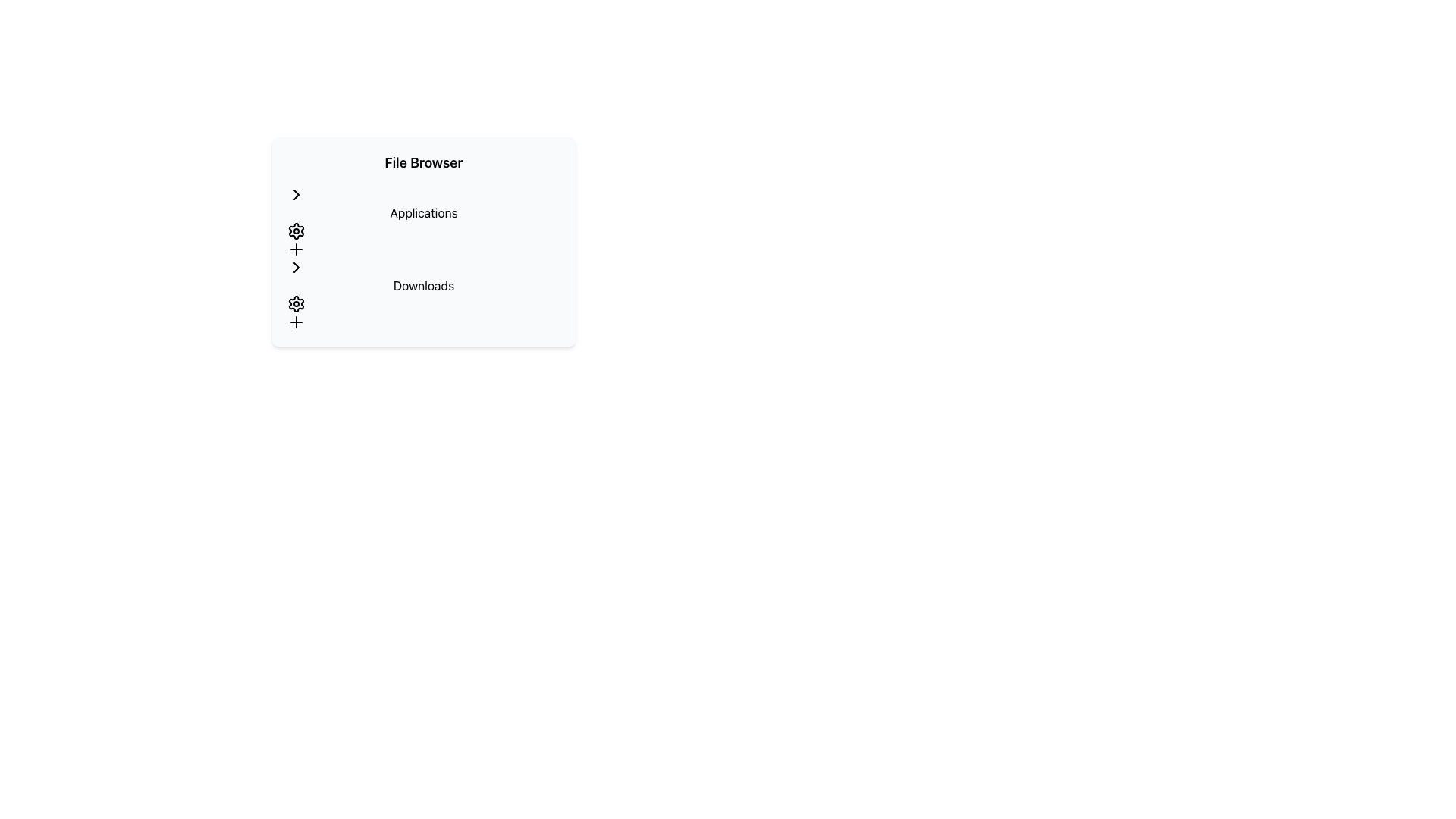 The height and width of the screenshot is (819, 1456). I want to click on the third icon in the vertical stack, positioned below the gear icon and another plus icon, so click(296, 321).